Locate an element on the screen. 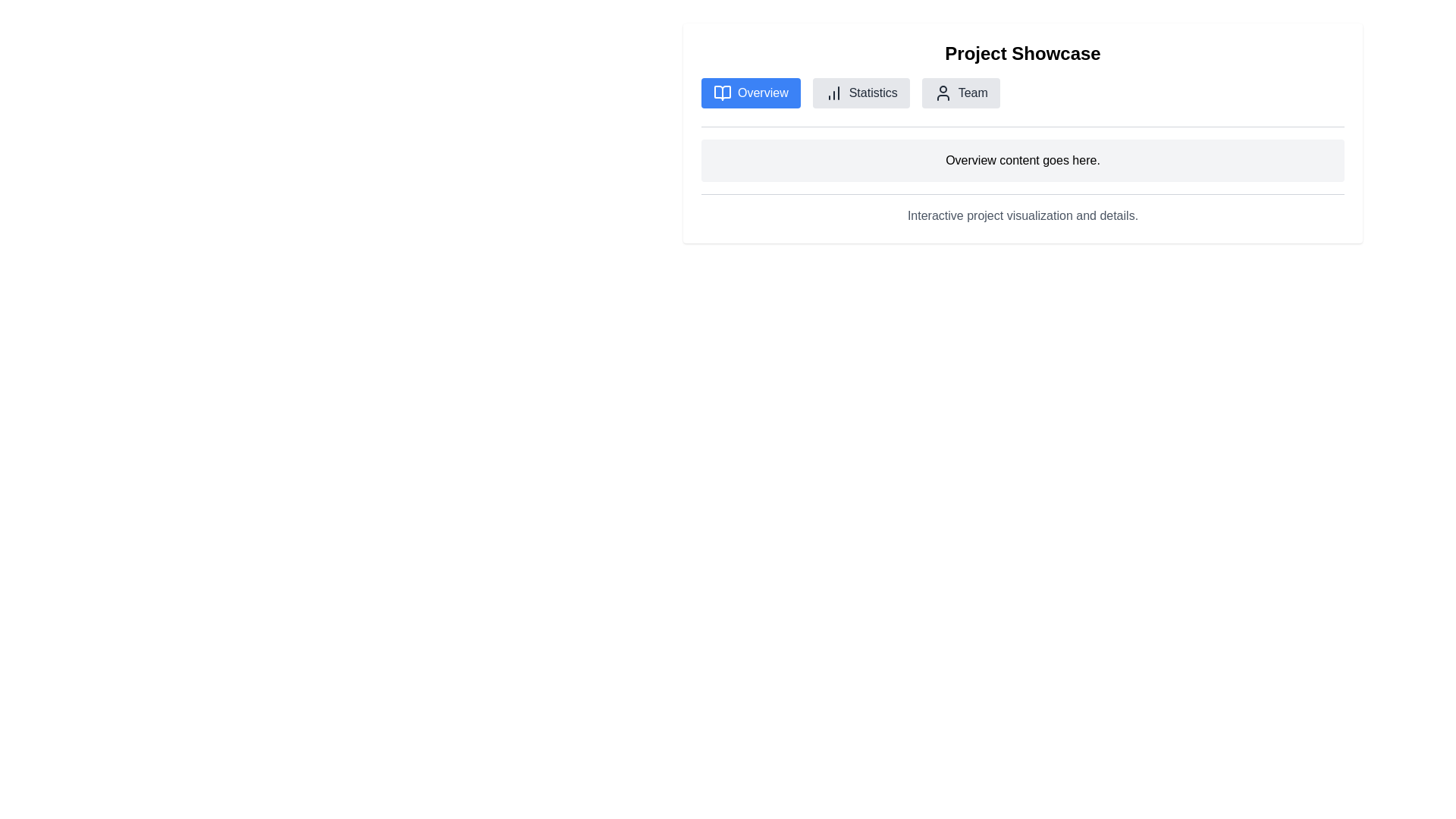  the supplementary information text element that describes the interactive project visualization, positioned below the 'Overview content goes here.' text and separated by a horizontal line is located at coordinates (1022, 216).